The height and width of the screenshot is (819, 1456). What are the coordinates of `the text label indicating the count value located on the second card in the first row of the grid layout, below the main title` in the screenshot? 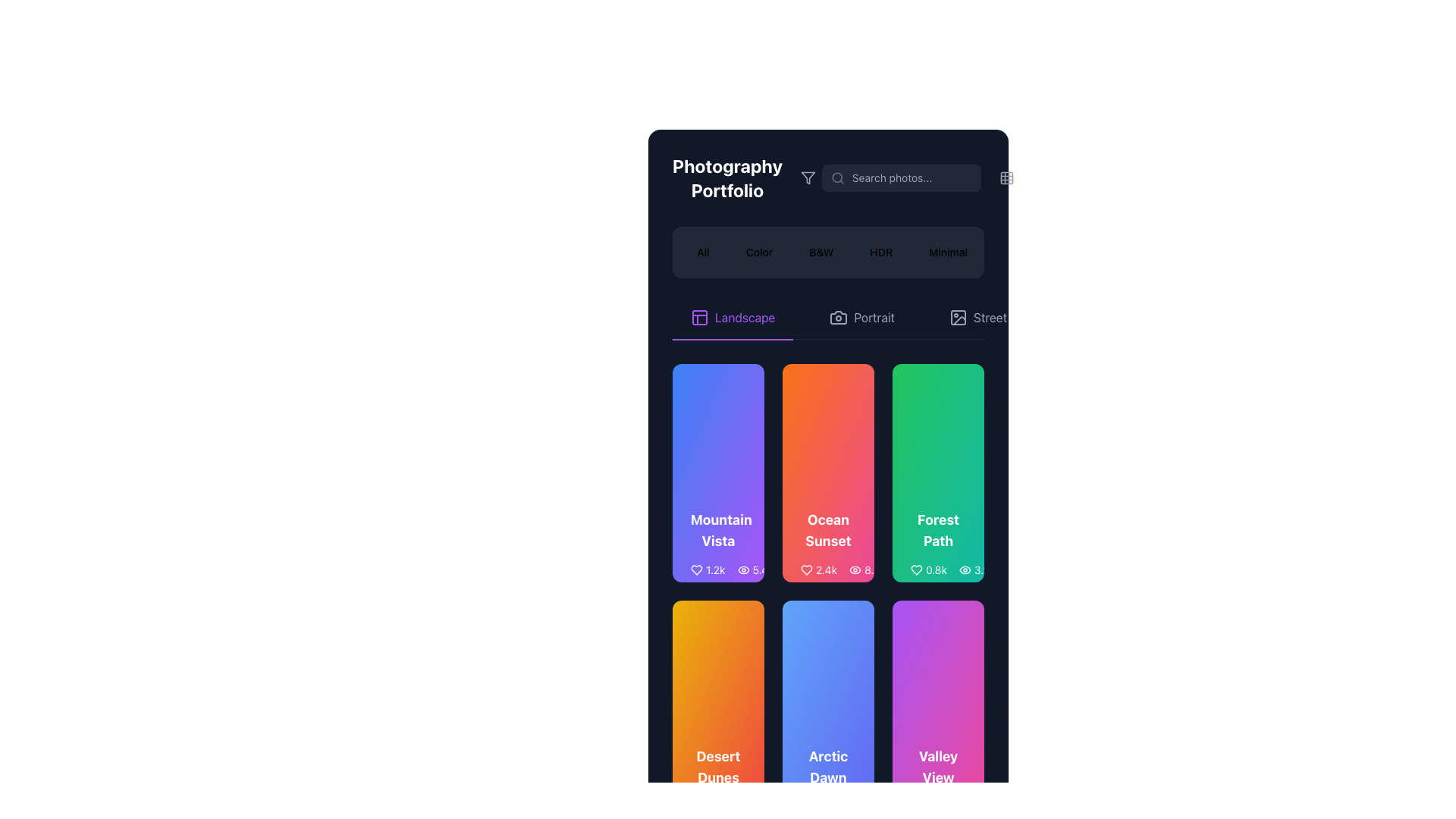 It's located at (755, 570).